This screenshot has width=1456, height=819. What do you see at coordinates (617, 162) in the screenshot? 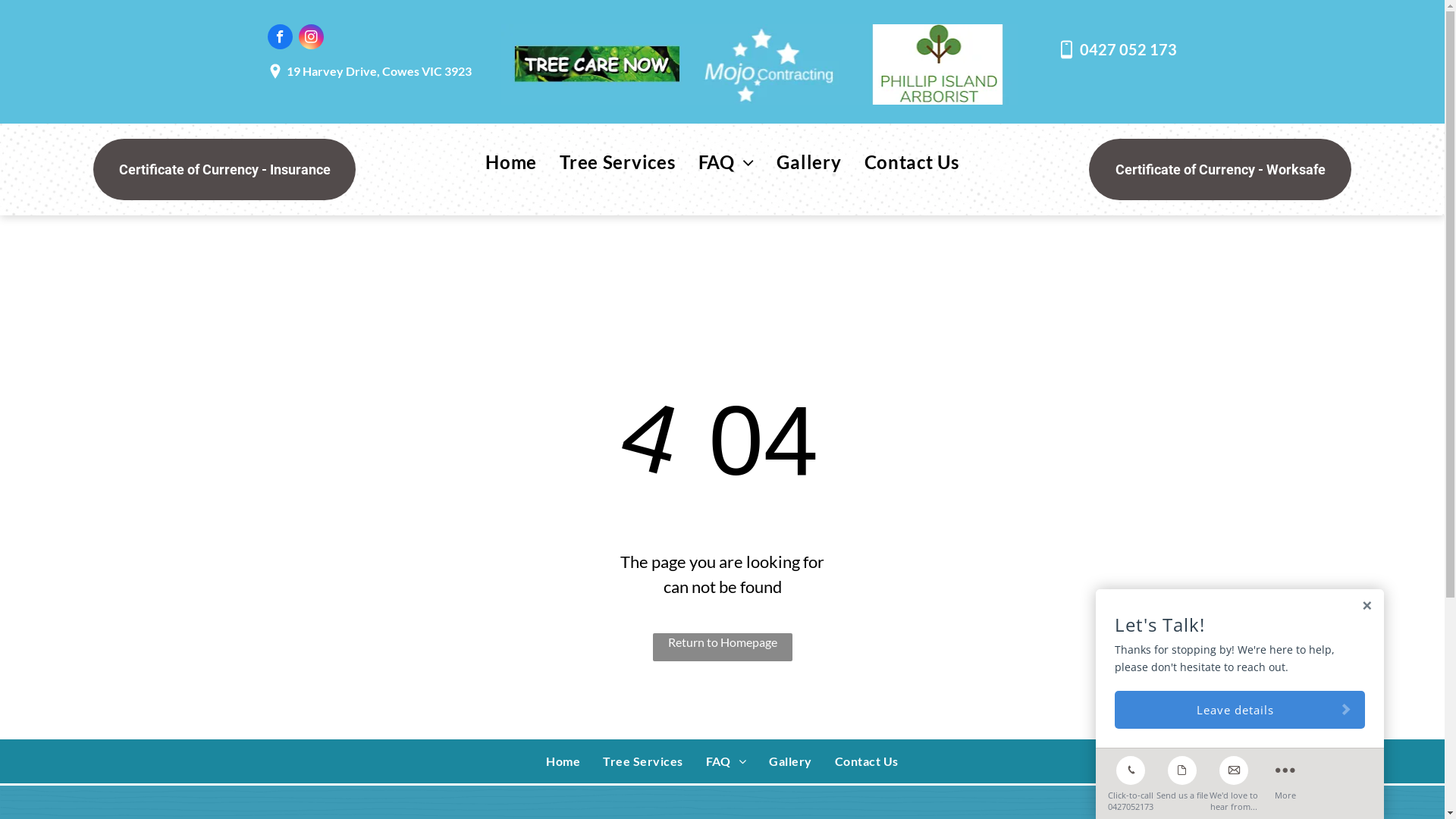
I see `'Tree Services'` at bounding box center [617, 162].